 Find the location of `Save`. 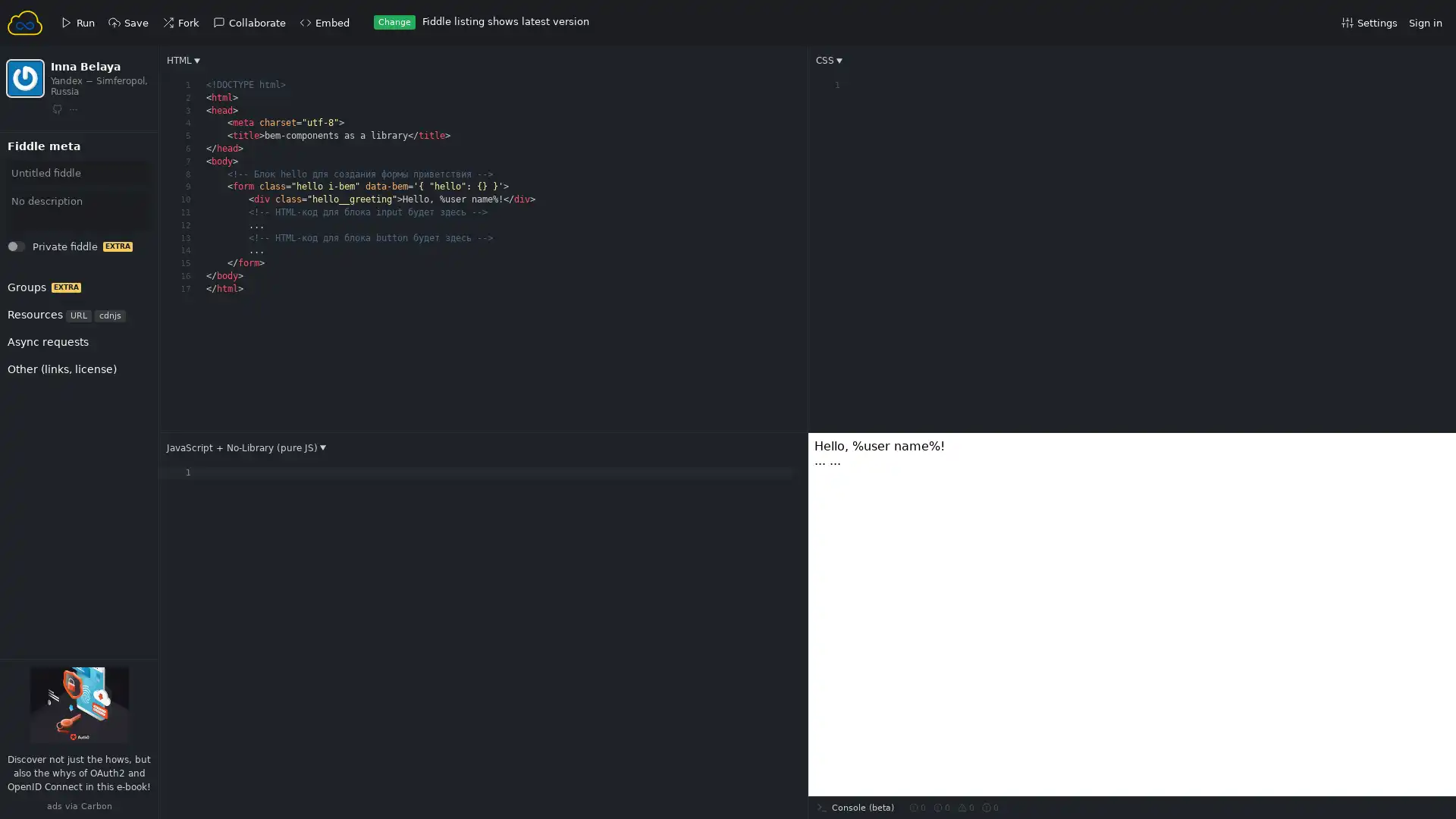

Save is located at coordinates (32, 163).